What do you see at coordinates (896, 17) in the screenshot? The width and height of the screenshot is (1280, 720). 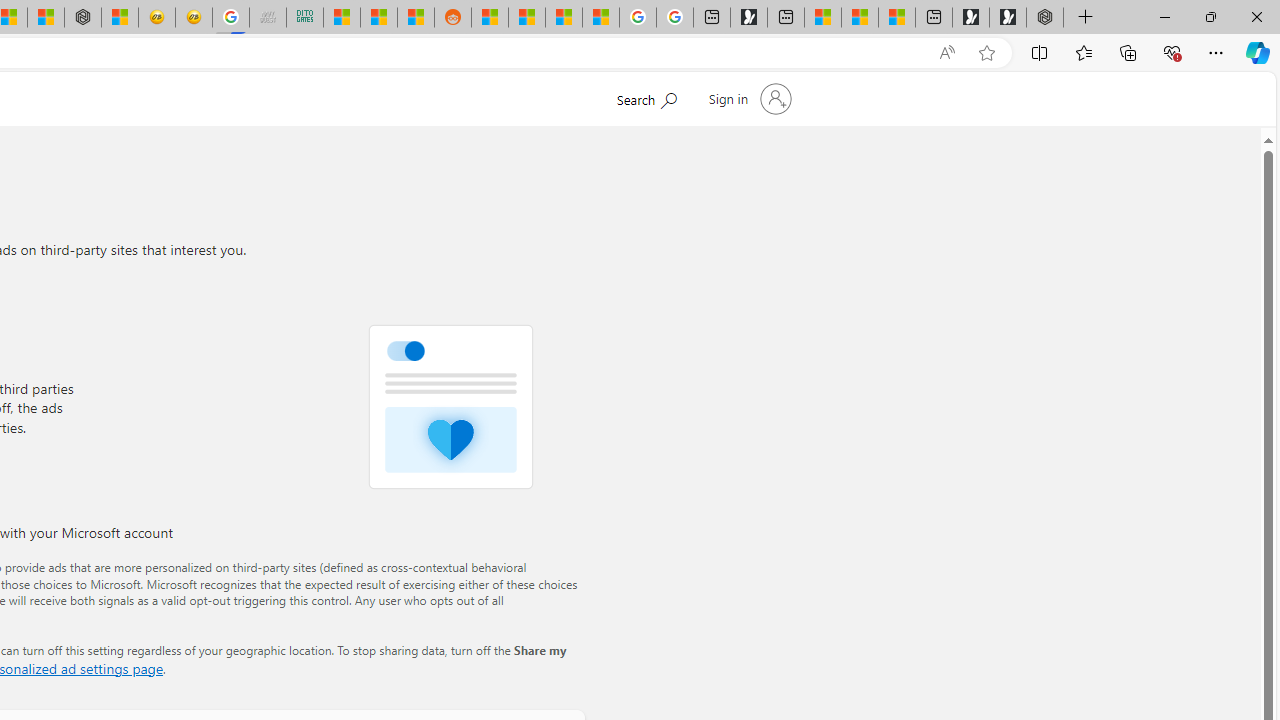 I see `'These 3 Stocks Pay You More Than 5% to Own Them'` at bounding box center [896, 17].